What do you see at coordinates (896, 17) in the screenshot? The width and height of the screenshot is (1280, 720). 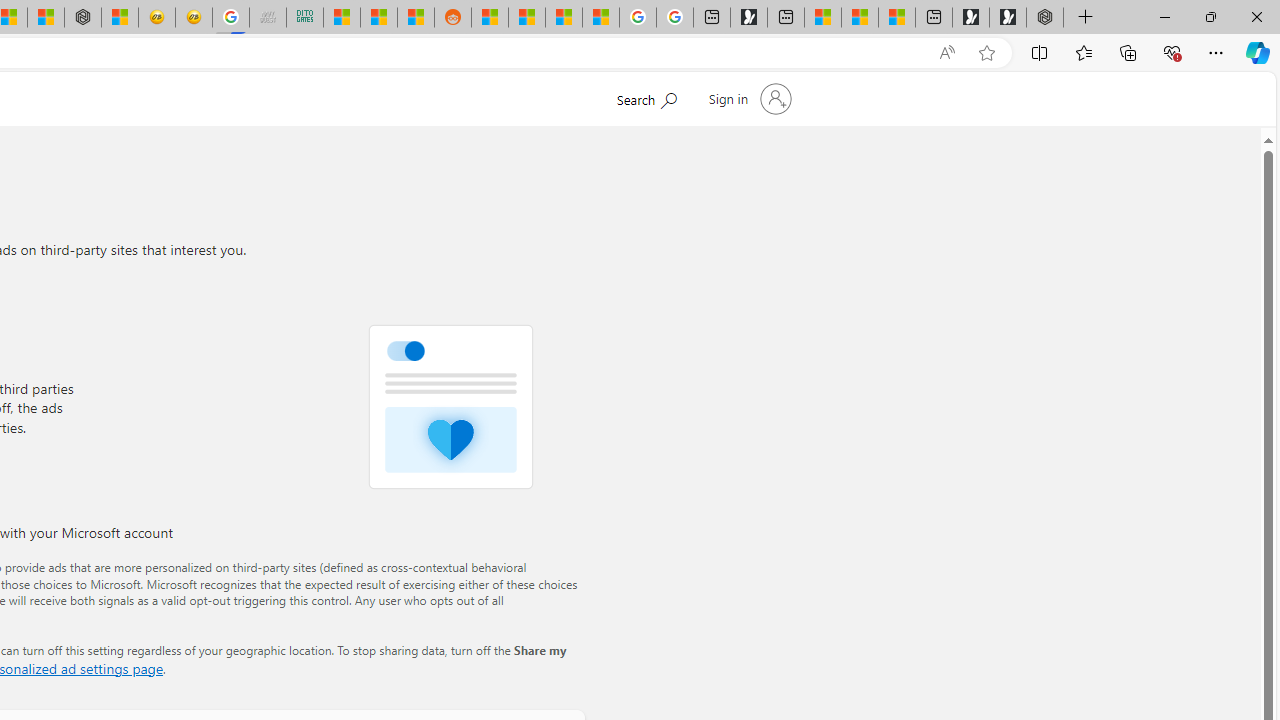 I see `'These 3 Stocks Pay You More Than 5% to Own Them'` at bounding box center [896, 17].